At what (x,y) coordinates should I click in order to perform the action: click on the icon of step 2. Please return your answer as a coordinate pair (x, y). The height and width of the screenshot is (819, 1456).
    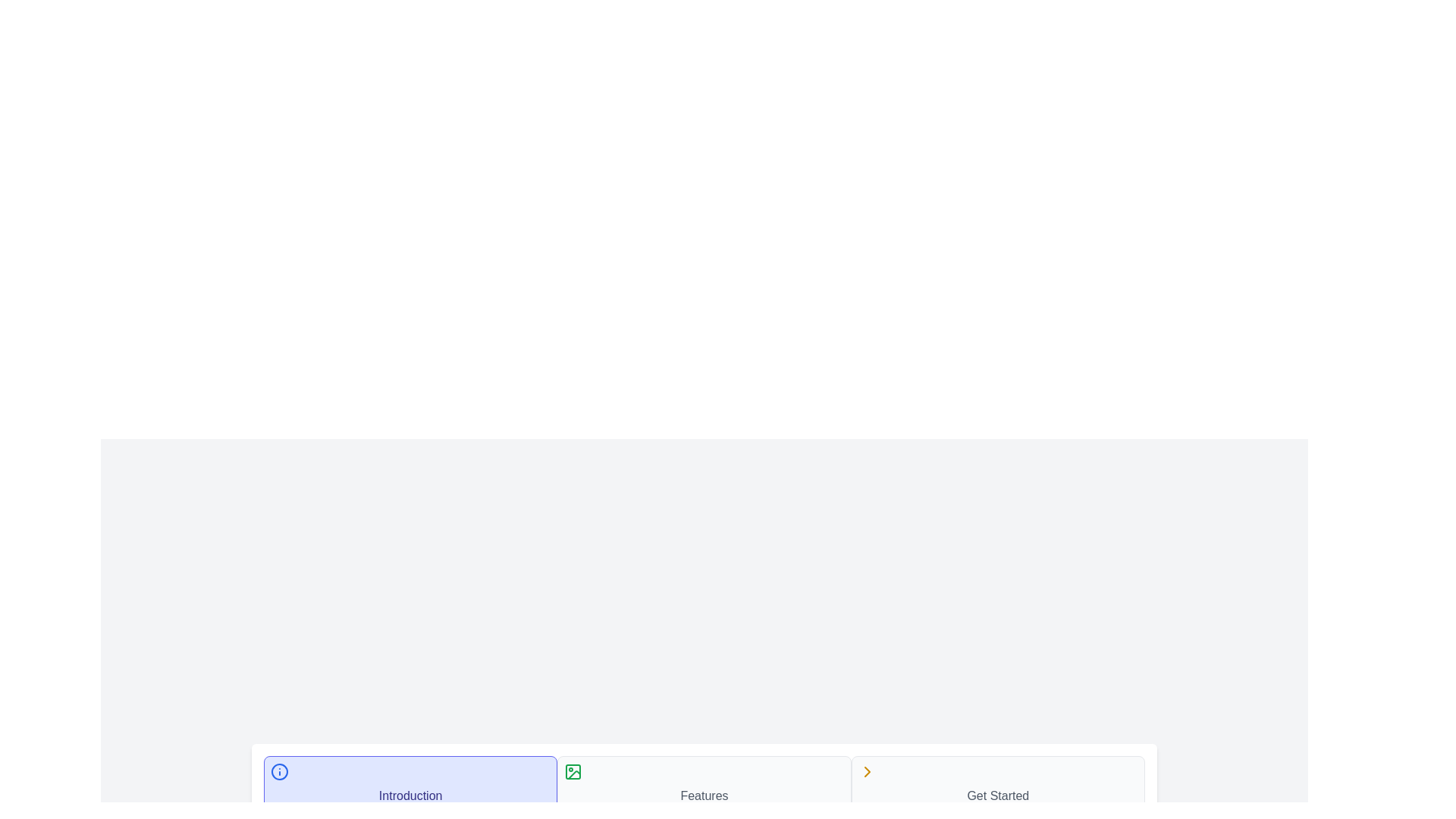
    Looking at the image, I should click on (572, 772).